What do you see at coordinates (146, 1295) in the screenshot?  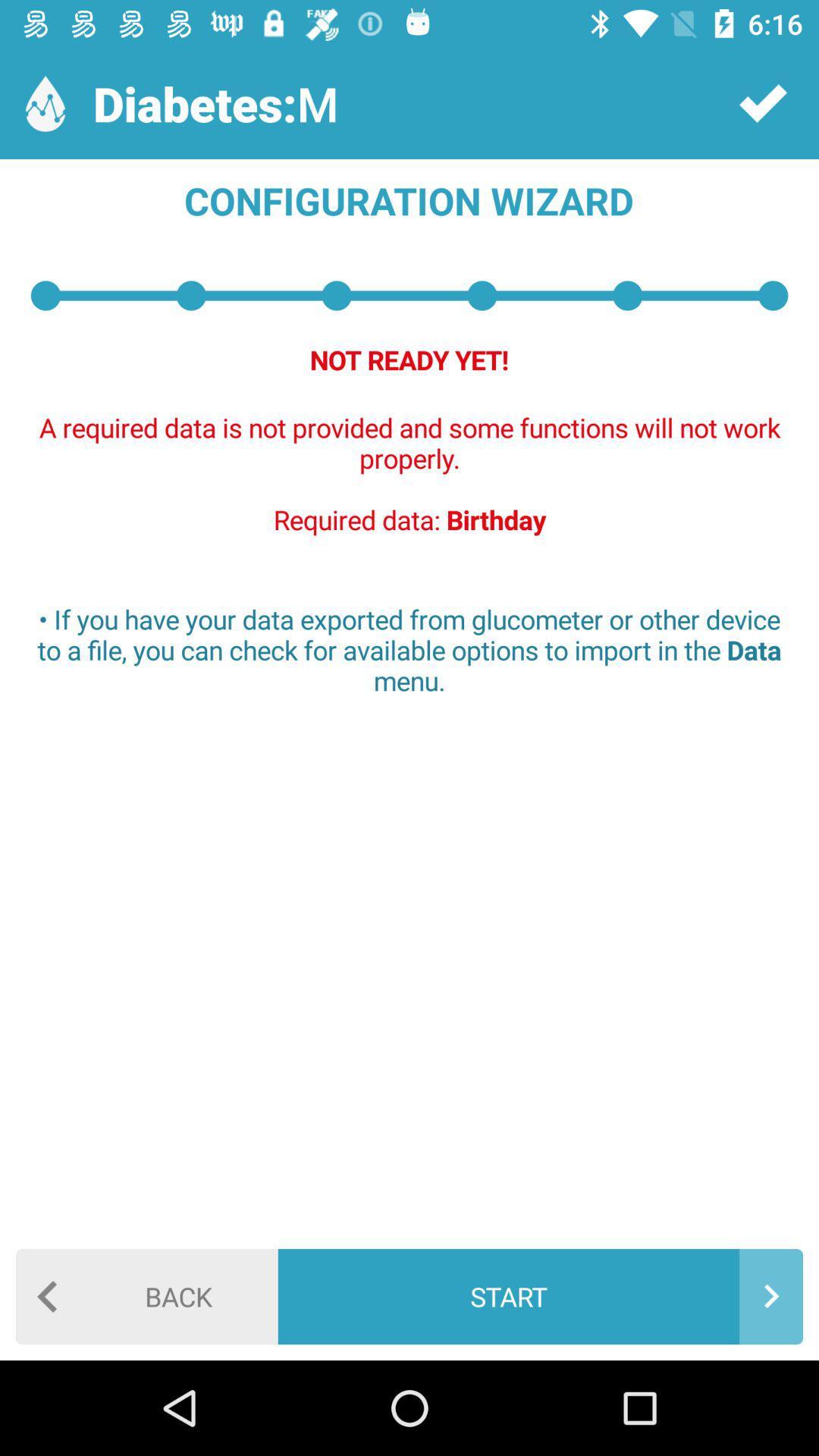 I see `icon below if you have item` at bounding box center [146, 1295].